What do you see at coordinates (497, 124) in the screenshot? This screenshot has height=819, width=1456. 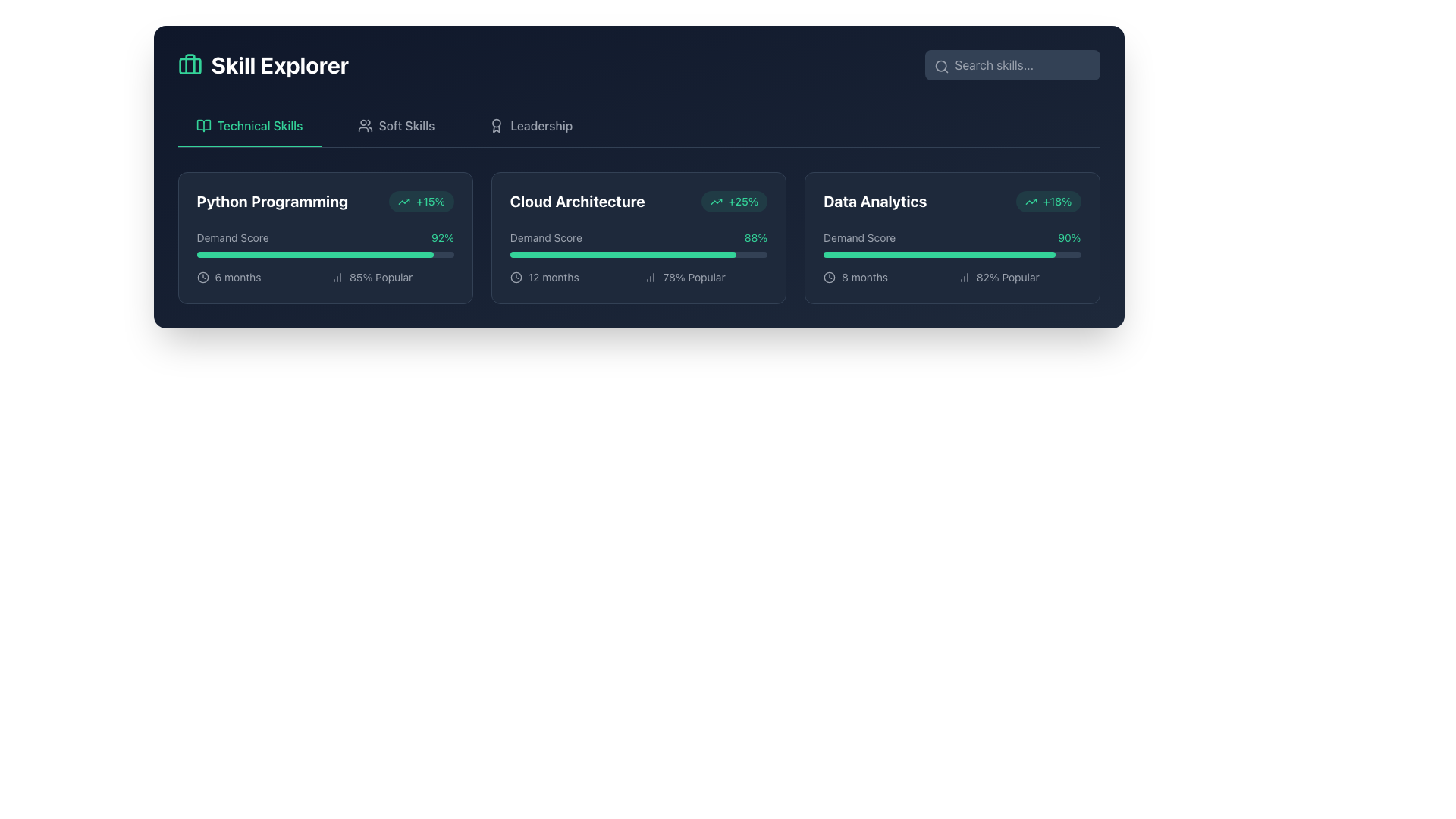 I see `the decorative icon representing the 'Leadership' section in the navigation menu by moving the cursor to its center` at bounding box center [497, 124].